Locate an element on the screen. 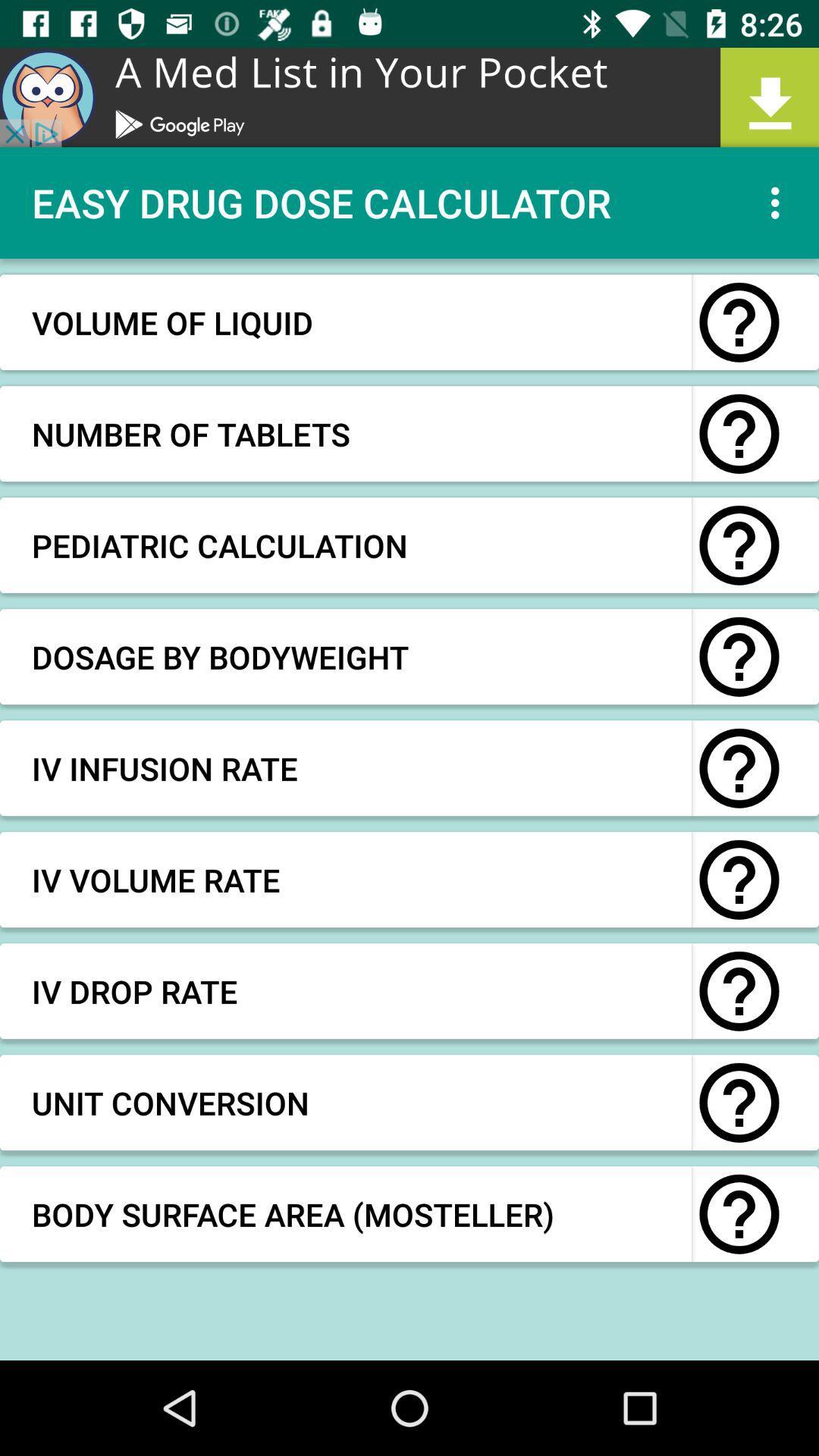 This screenshot has height=1456, width=819. button is located at coordinates (739, 657).